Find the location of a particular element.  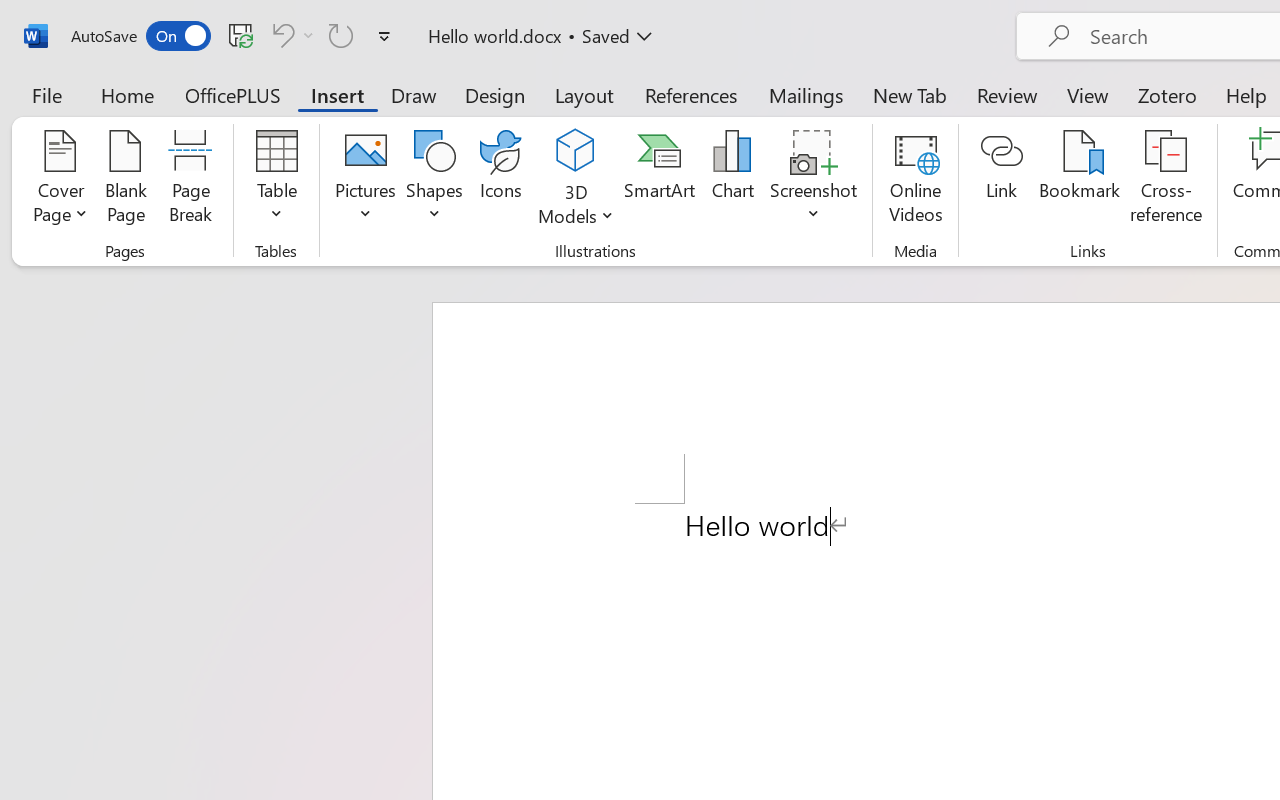

'Cover Page' is located at coordinates (60, 179).